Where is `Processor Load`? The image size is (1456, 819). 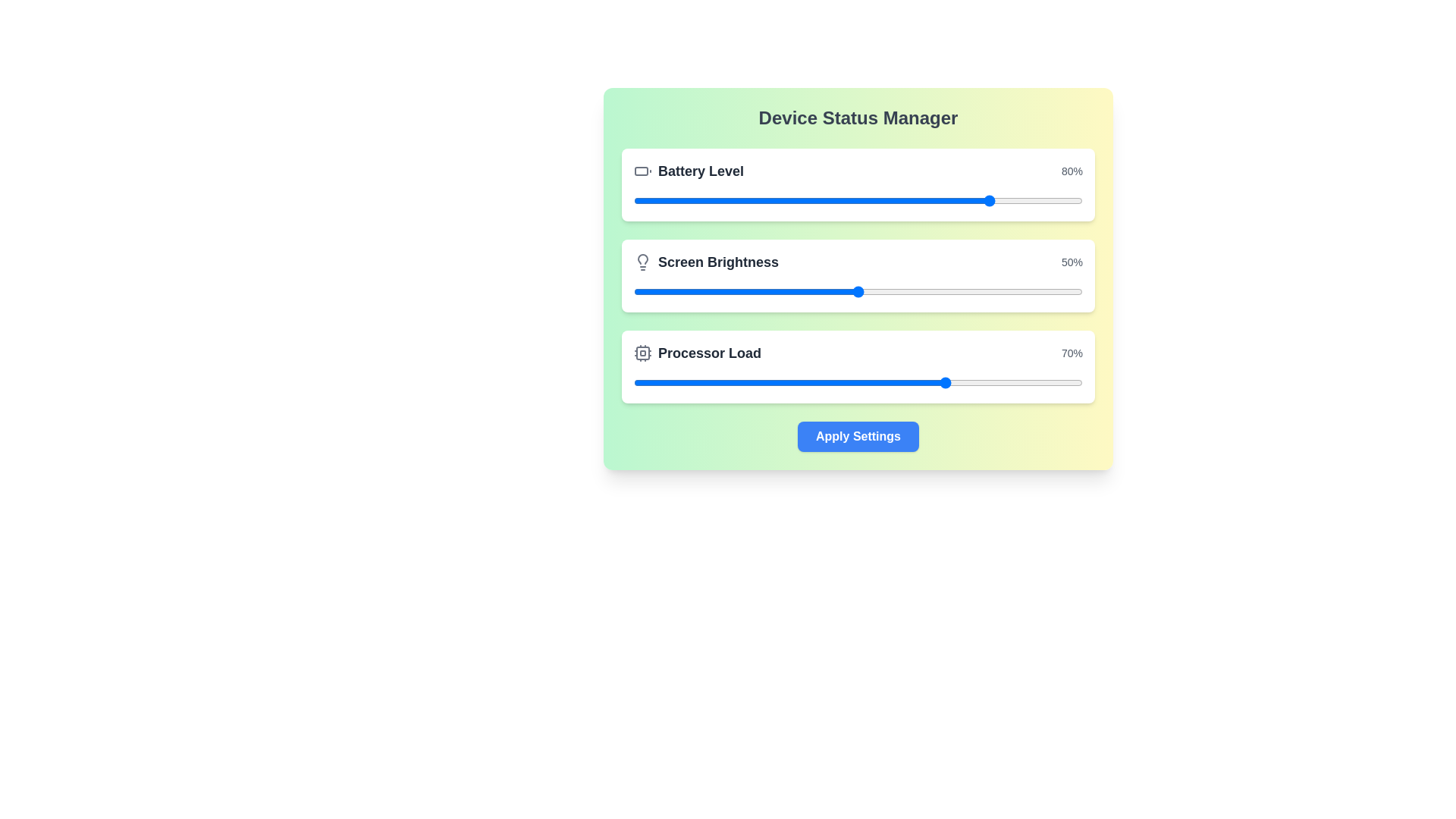 Processor Load is located at coordinates (1050, 382).